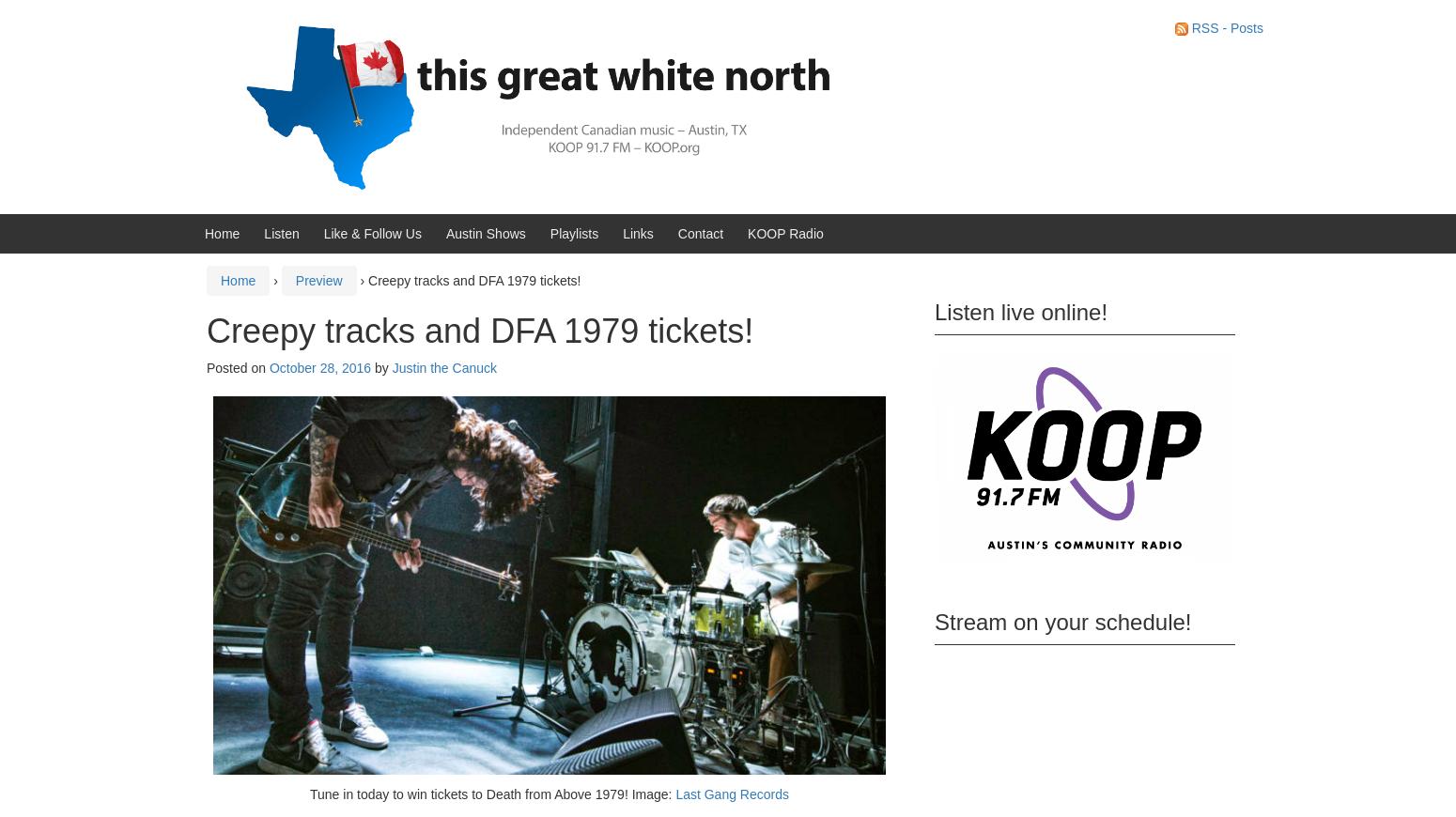 The height and width of the screenshot is (817, 1456). I want to click on 'Austin Shows', so click(484, 233).